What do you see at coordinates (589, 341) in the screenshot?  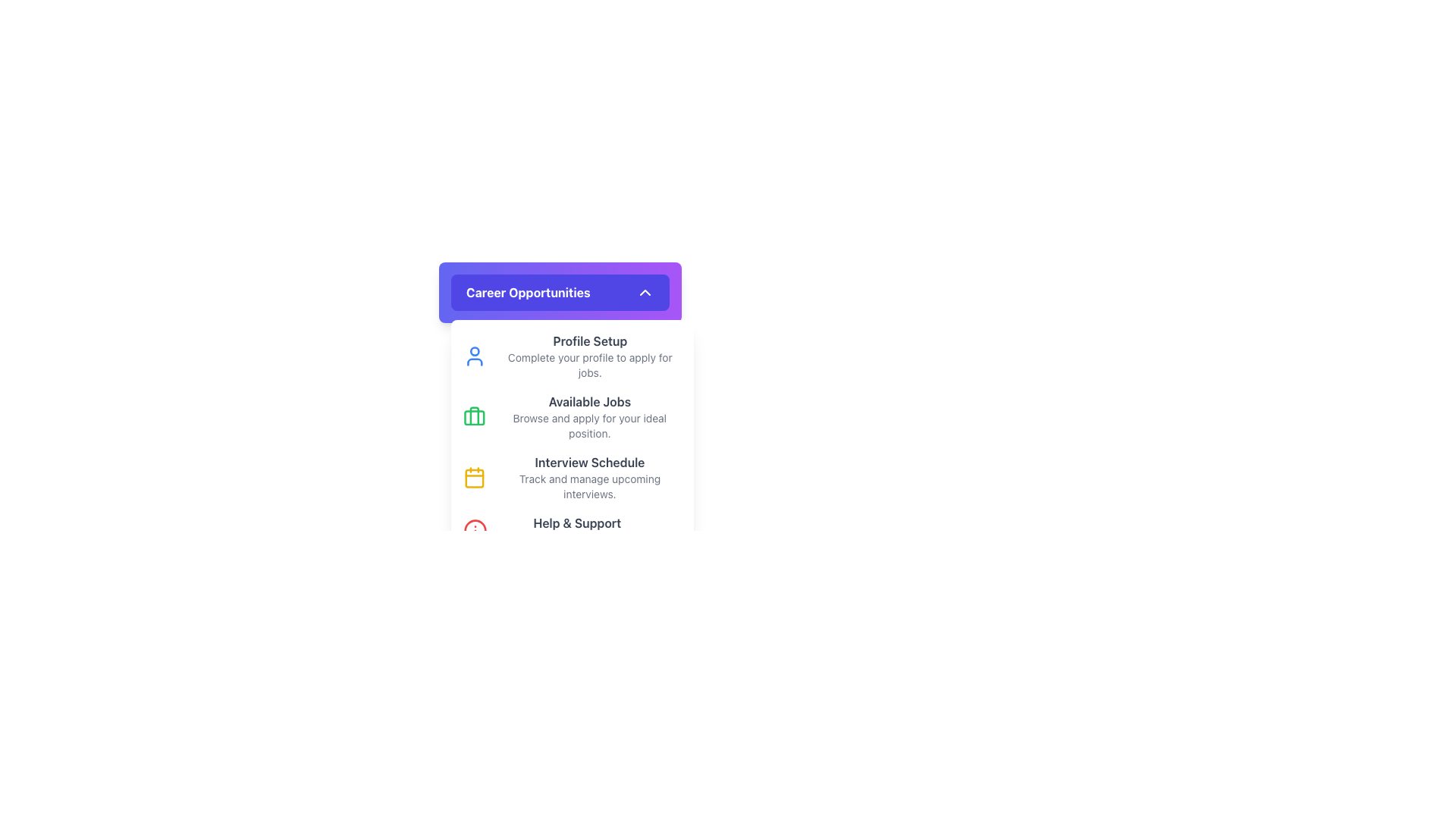 I see `the 'Profile Setup' text, which is the first item in a dropdown list under the 'Career Opportunities' button, prominently styled in bold dark gray on a light background` at bounding box center [589, 341].